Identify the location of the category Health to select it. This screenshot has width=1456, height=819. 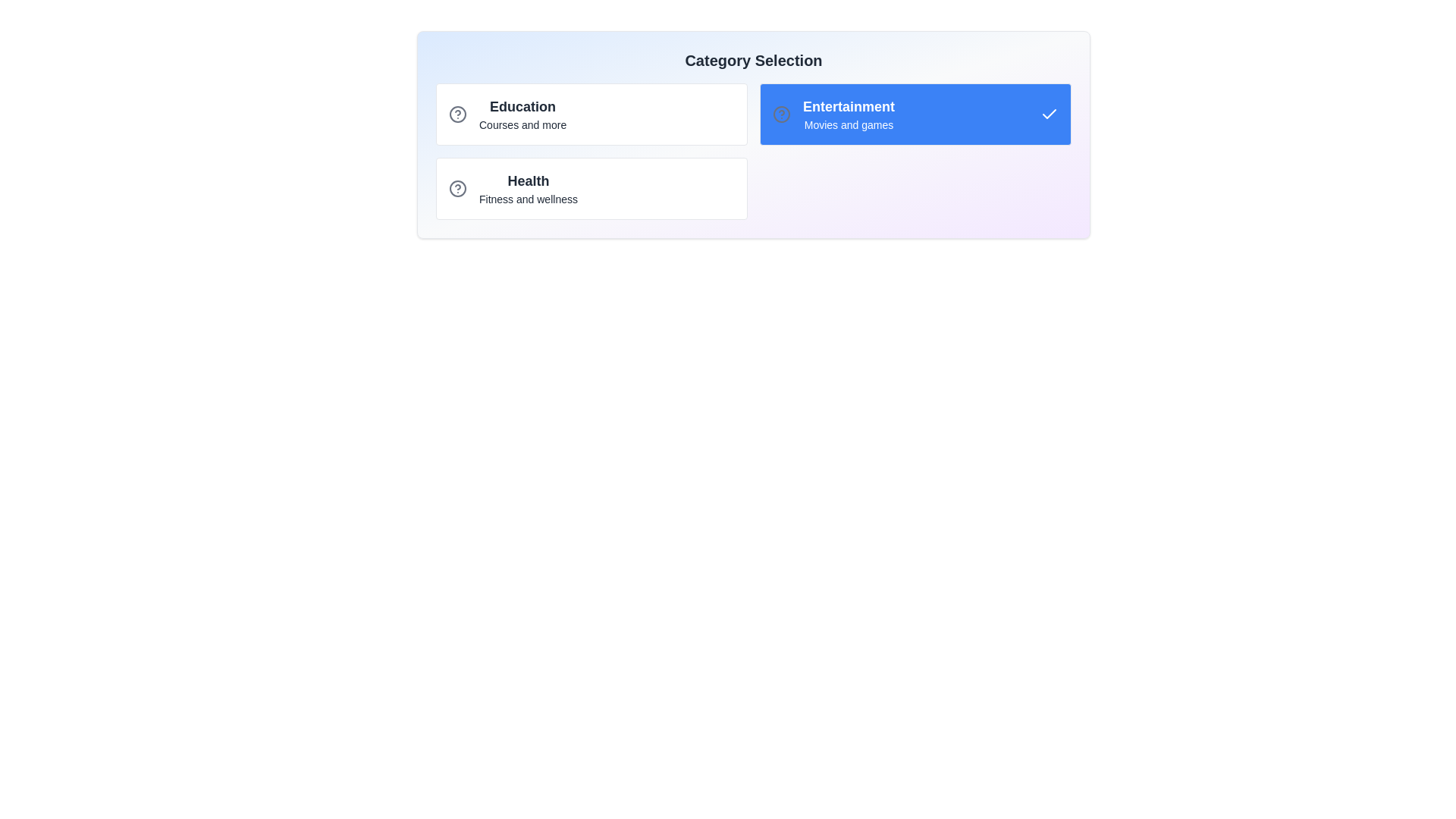
(591, 188).